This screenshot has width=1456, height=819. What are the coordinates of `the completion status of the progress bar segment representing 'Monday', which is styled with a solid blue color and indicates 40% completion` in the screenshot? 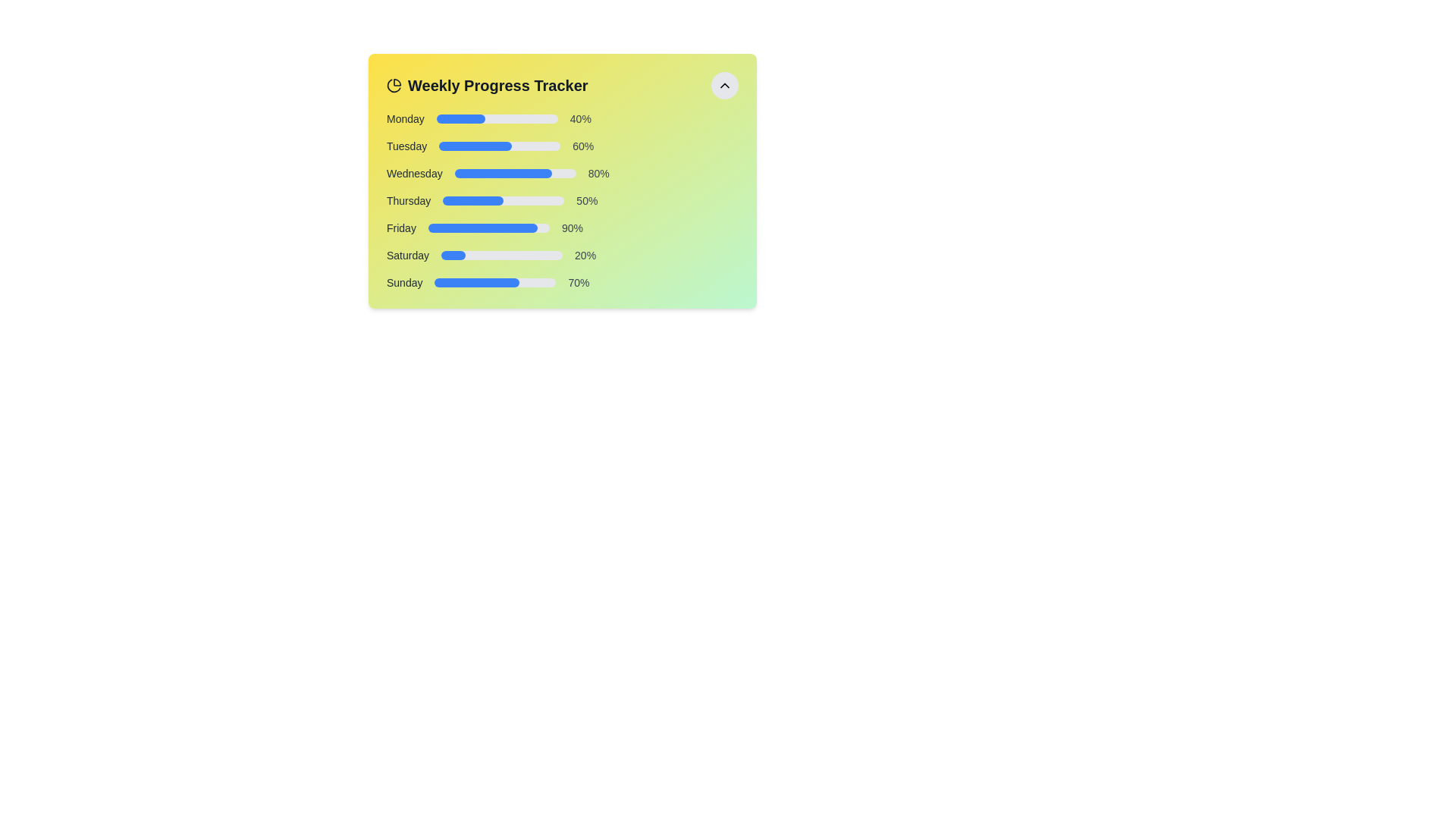 It's located at (460, 118).